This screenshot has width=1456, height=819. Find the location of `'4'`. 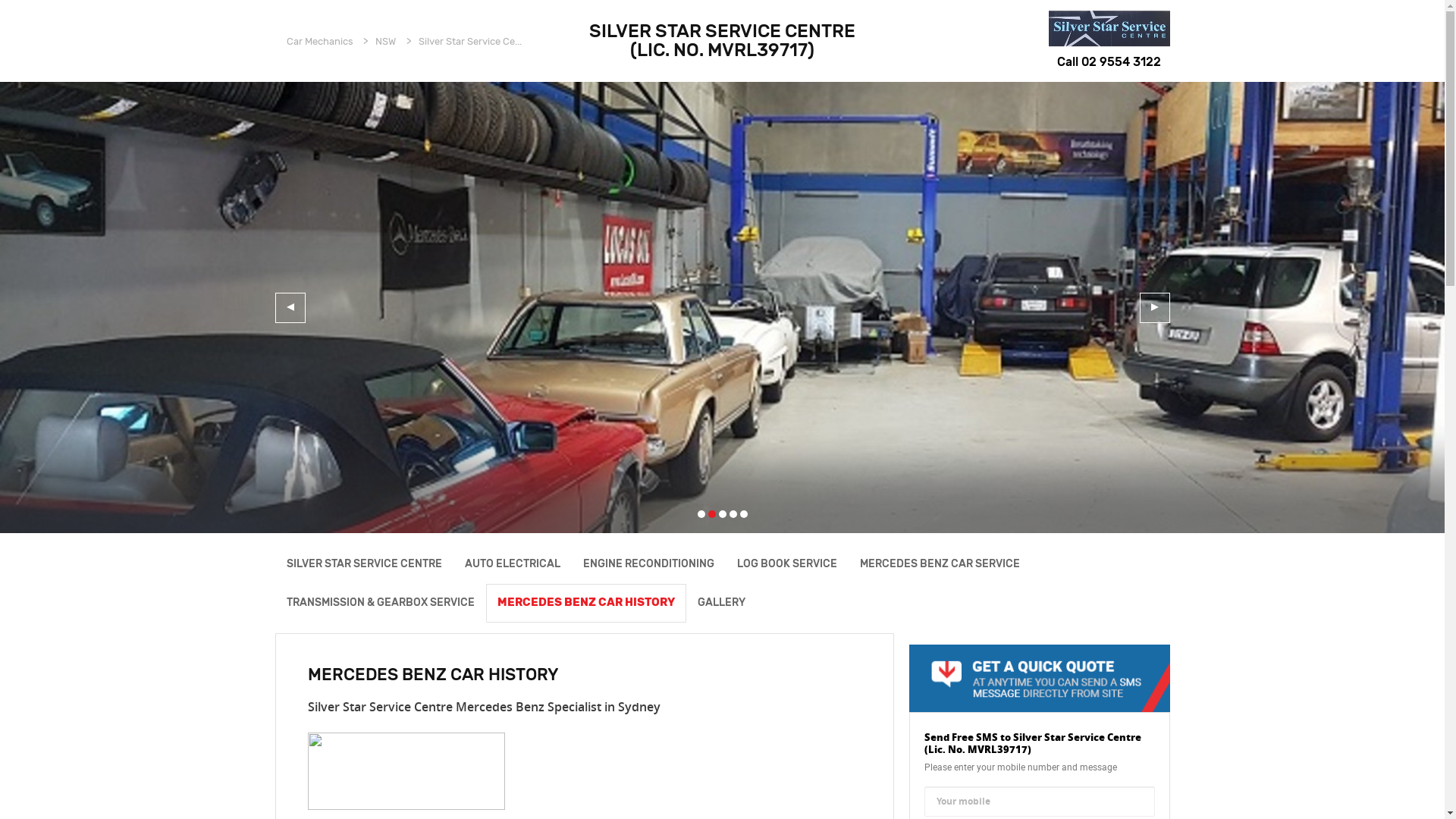

'4' is located at coordinates (733, 513).